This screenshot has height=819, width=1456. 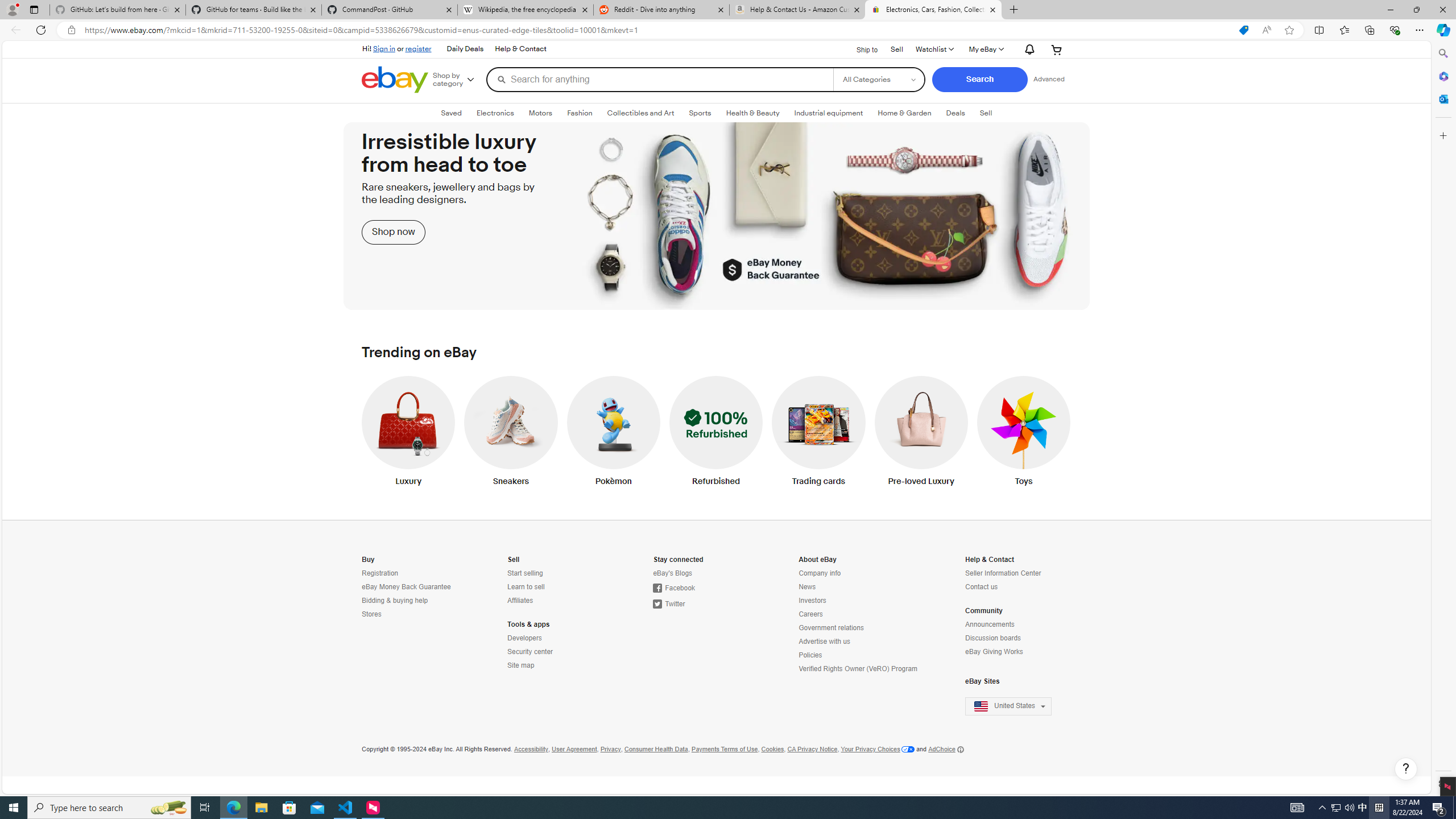 What do you see at coordinates (1015, 624) in the screenshot?
I see `'Announcements'` at bounding box center [1015, 624].